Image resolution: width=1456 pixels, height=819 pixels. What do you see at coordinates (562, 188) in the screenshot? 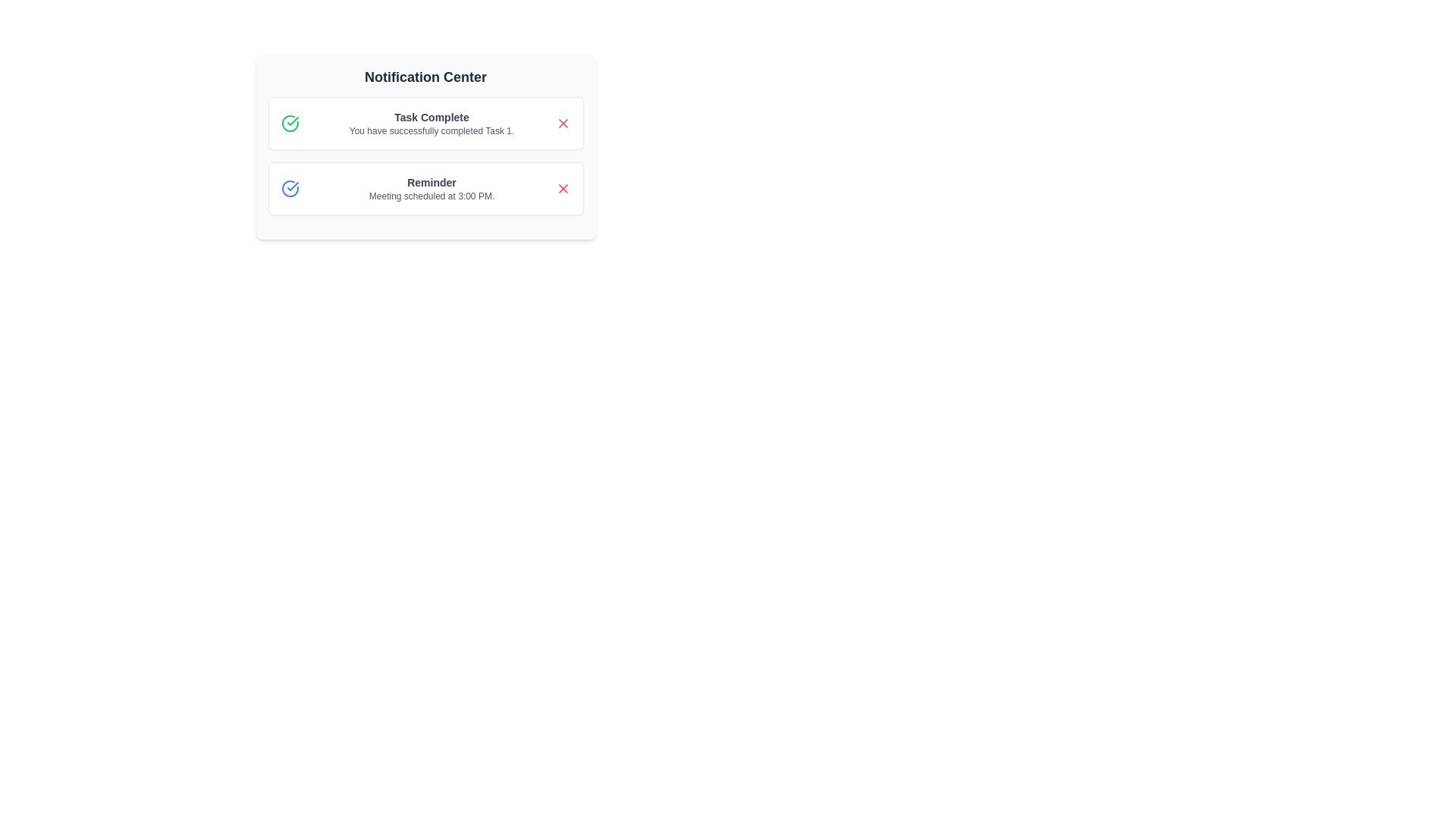
I see `the action button located in the top-right corner of the notification card that contains the 'Reminder' title and the text 'Meeting scheduled at 3:00 PM.' to observe any hover effects` at bounding box center [562, 188].